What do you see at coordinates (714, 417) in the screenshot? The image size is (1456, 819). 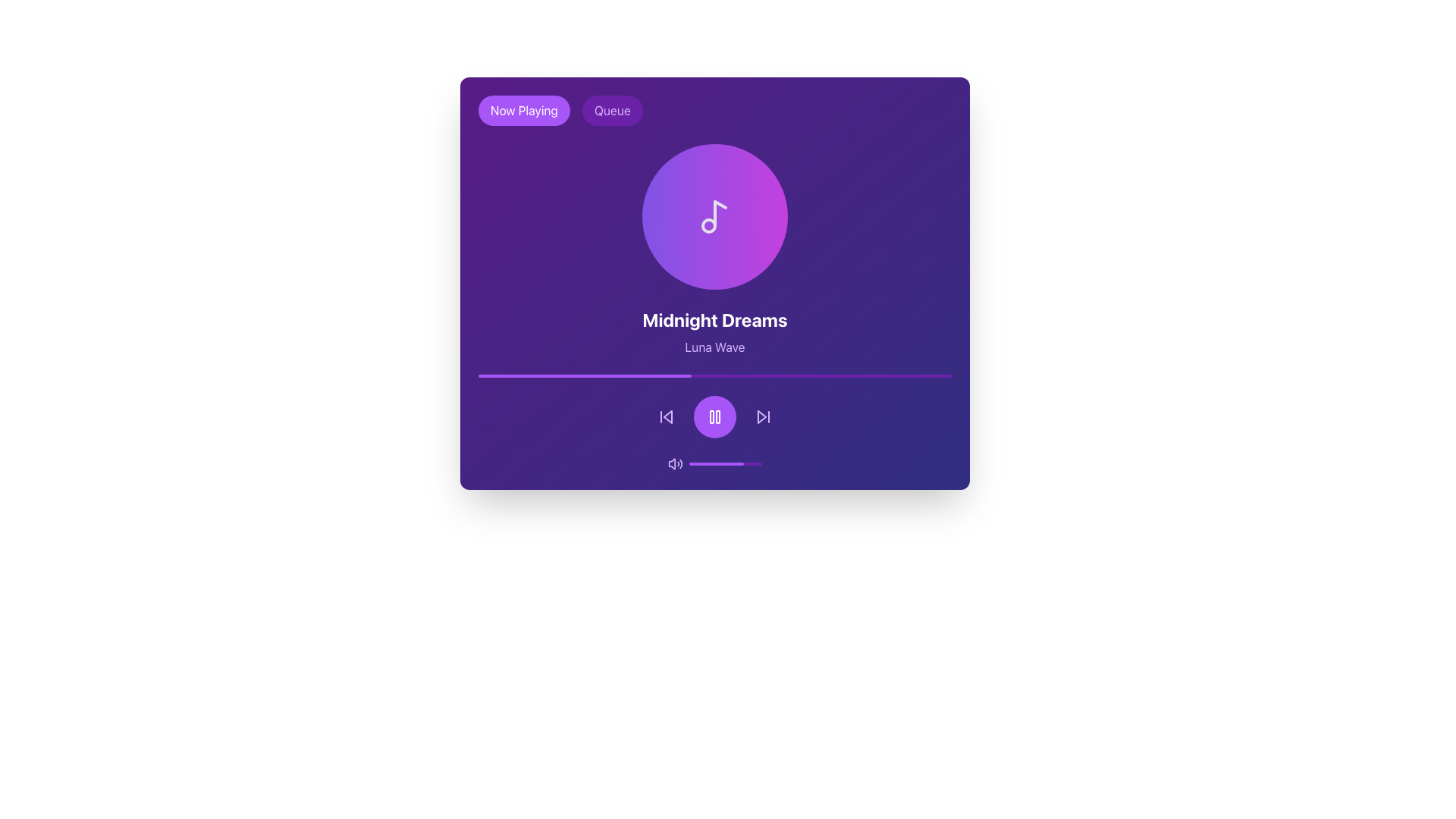 I see `the circular purple button with a pause icon, located centrally among a trio of icons in the bottom section of the music player interface` at bounding box center [714, 417].